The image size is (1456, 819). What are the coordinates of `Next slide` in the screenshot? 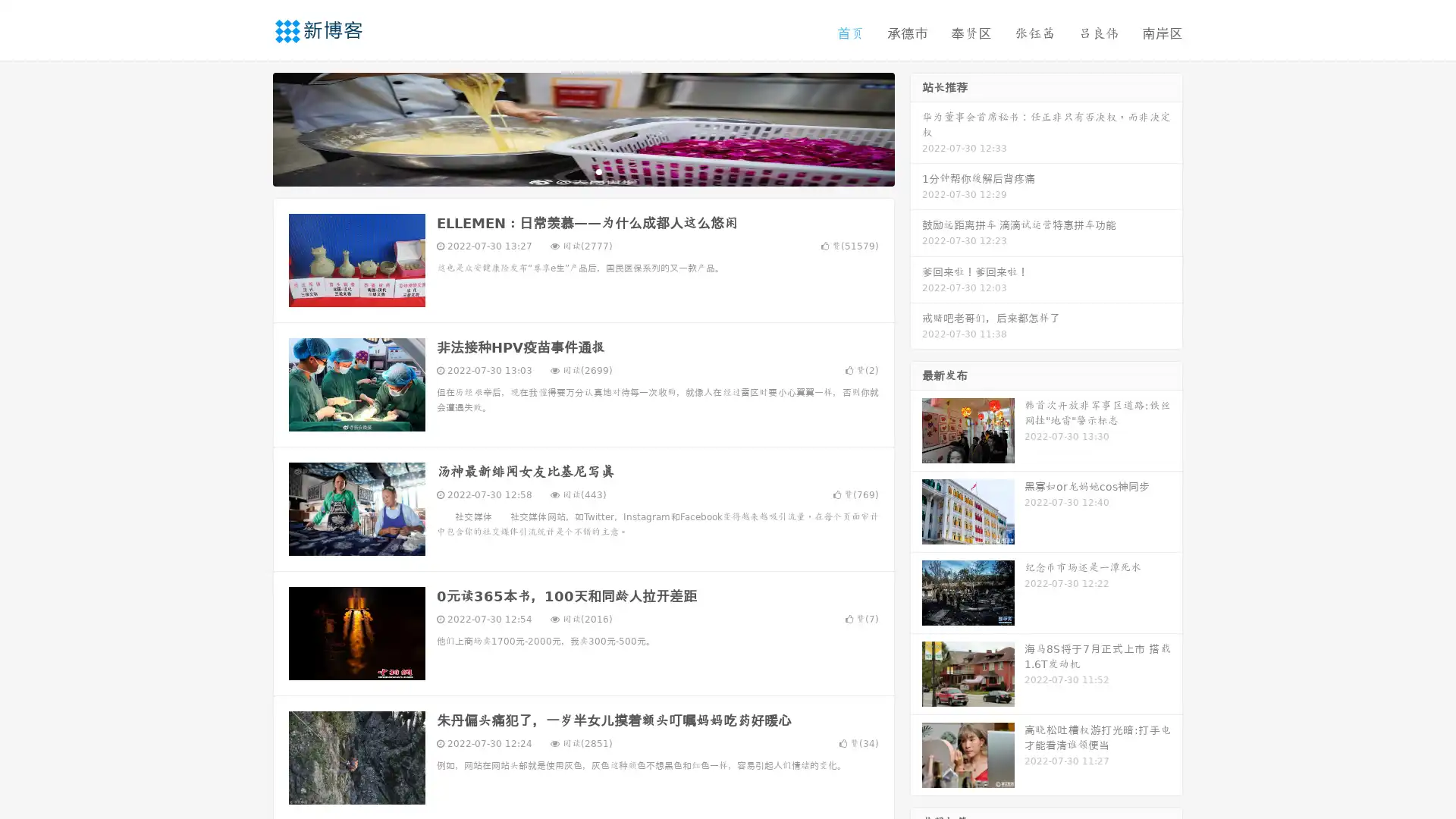 It's located at (916, 127).